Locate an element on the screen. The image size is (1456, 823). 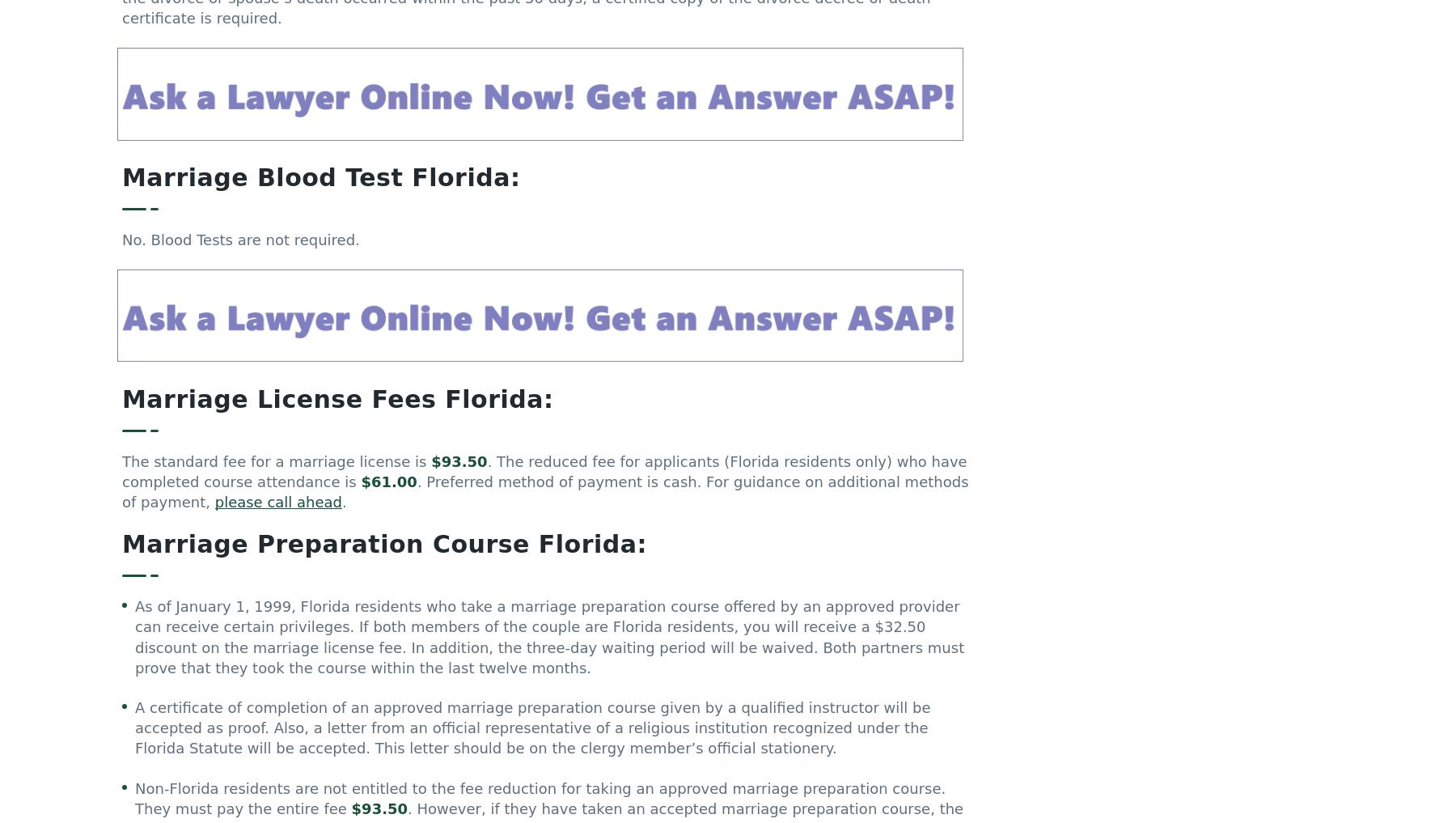
'$61.00' is located at coordinates (387, 488).